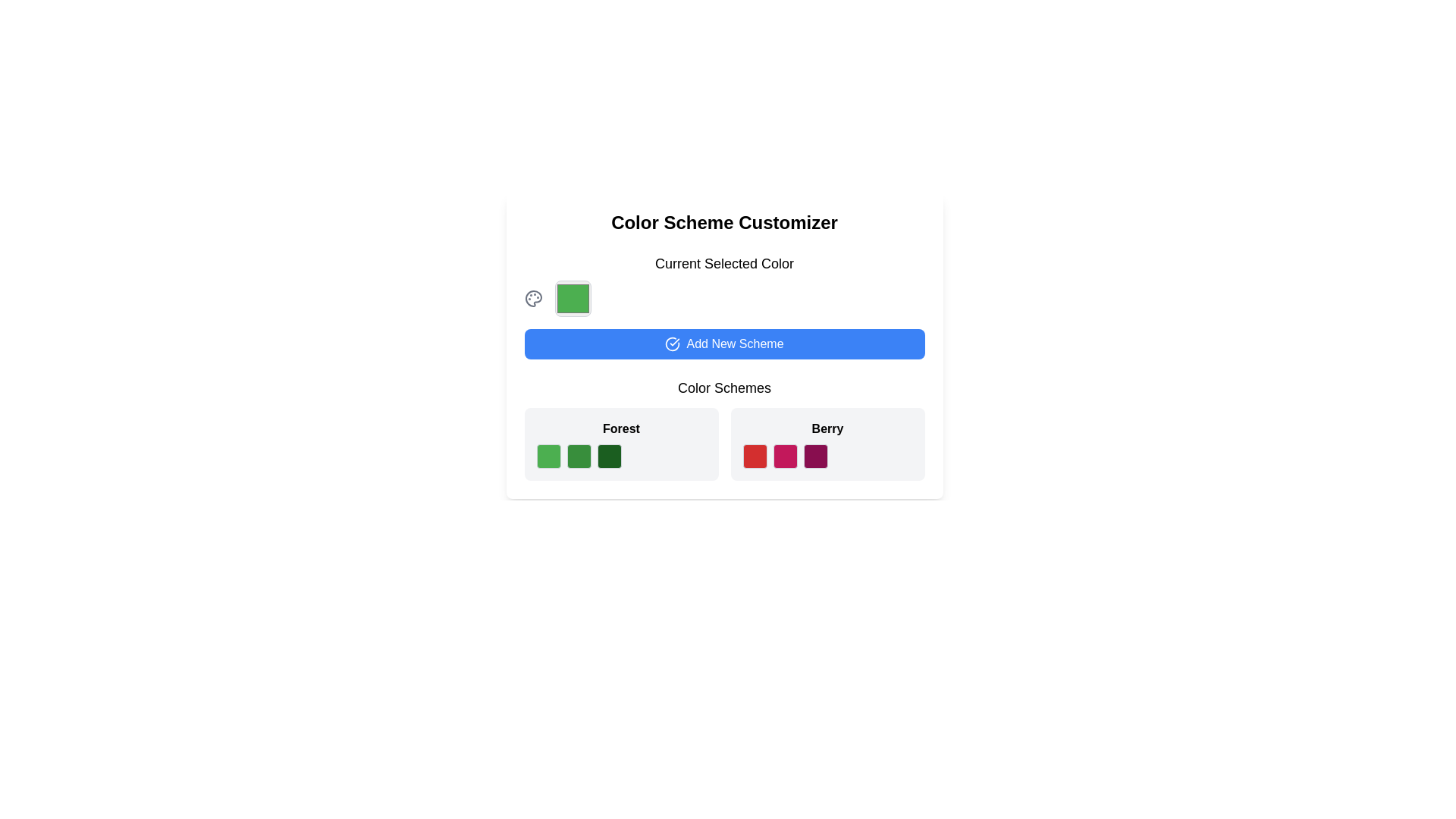  What do you see at coordinates (723, 262) in the screenshot?
I see `the text label that indicates the meaning of the currently selected color in the Color Scheme Customizer interface` at bounding box center [723, 262].